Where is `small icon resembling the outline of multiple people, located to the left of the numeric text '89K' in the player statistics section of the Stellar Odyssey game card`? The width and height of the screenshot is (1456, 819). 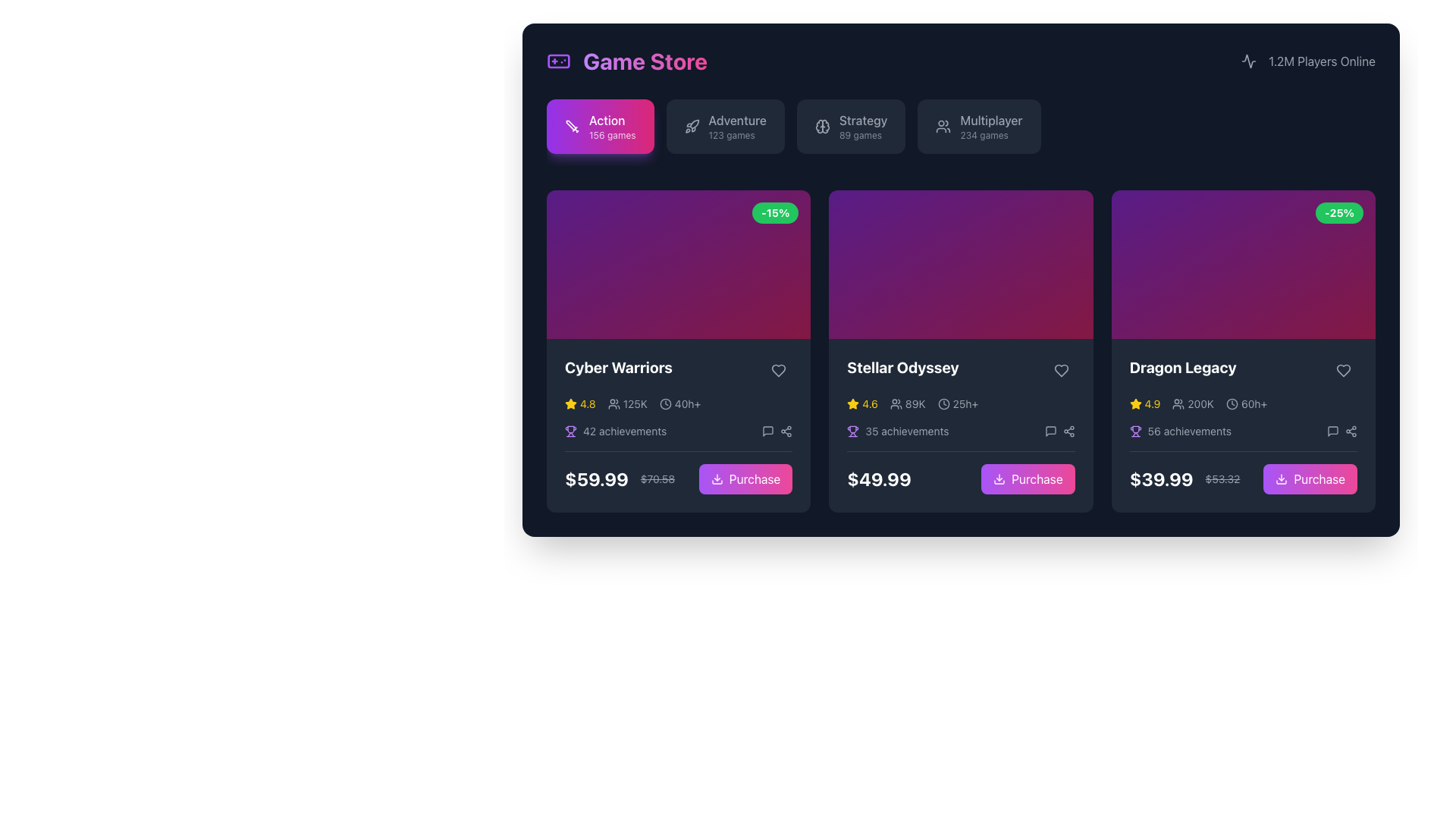
small icon resembling the outline of multiple people, located to the left of the numeric text '89K' in the player statistics section of the Stellar Odyssey game card is located at coordinates (896, 403).